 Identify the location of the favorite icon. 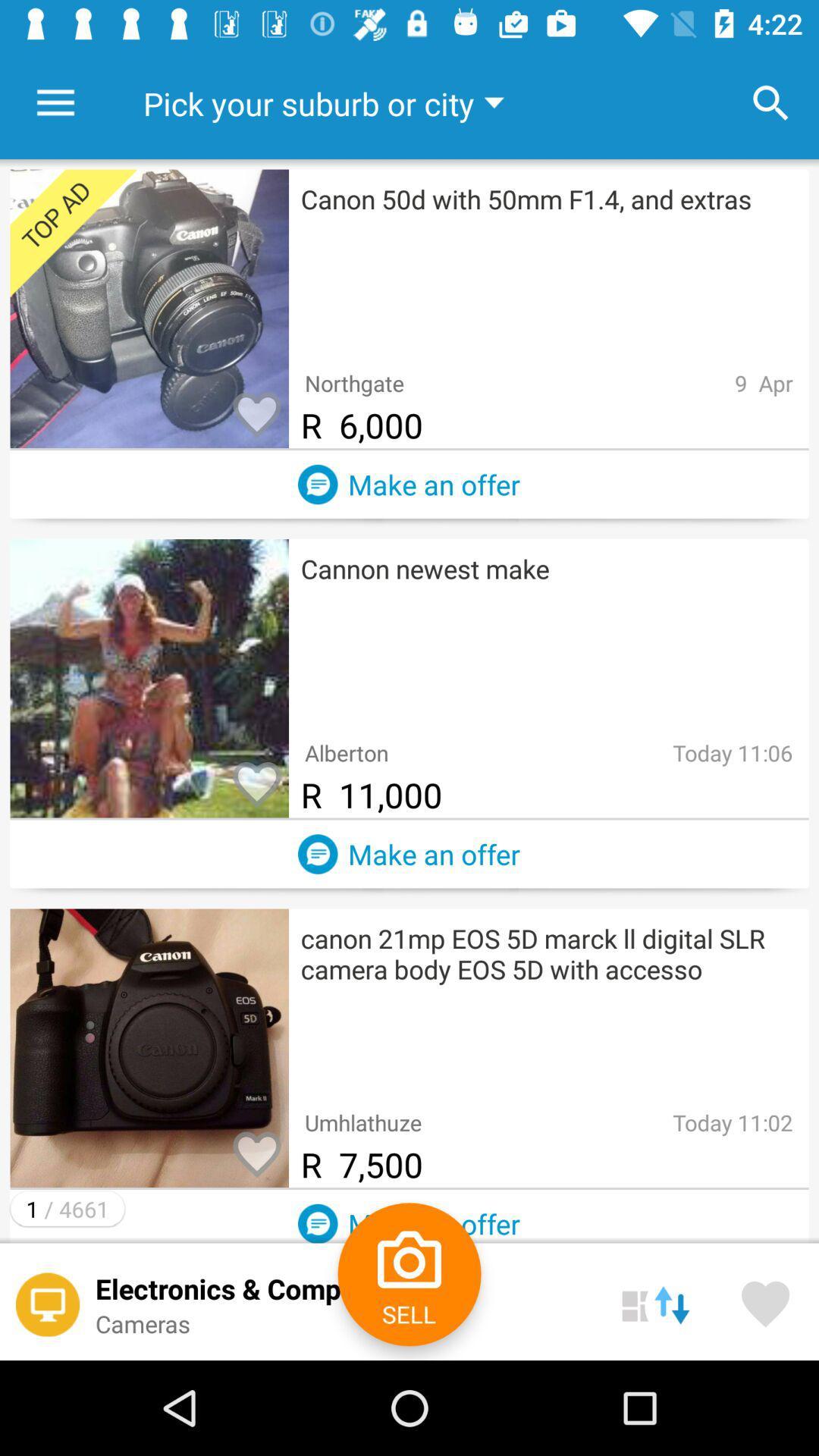
(765, 1301).